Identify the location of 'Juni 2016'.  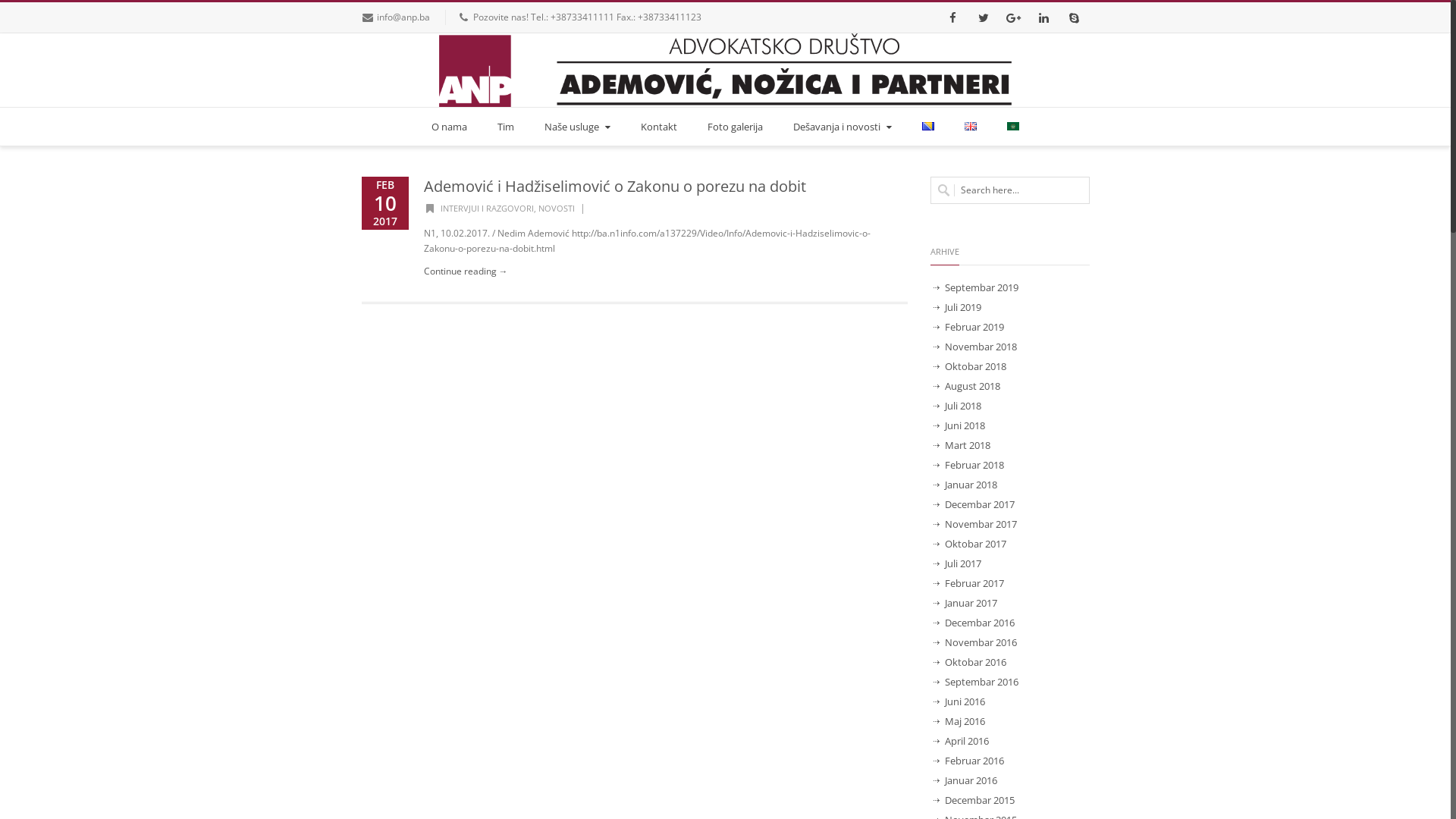
(959, 701).